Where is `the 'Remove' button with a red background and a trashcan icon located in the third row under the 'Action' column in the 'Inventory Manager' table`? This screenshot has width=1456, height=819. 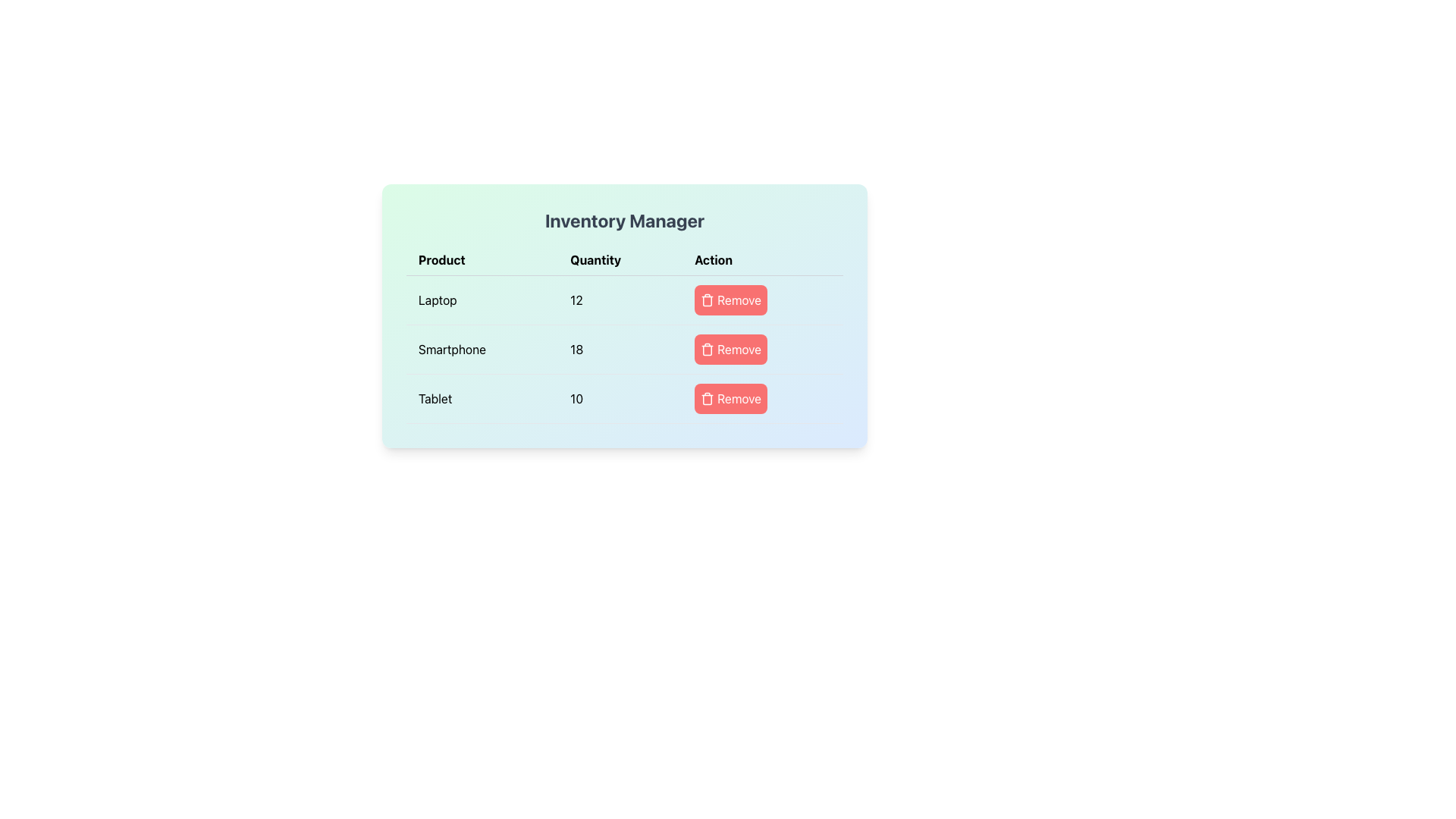
the 'Remove' button with a red background and a trashcan icon located in the third row under the 'Action' column in the 'Inventory Manager' table is located at coordinates (731, 397).